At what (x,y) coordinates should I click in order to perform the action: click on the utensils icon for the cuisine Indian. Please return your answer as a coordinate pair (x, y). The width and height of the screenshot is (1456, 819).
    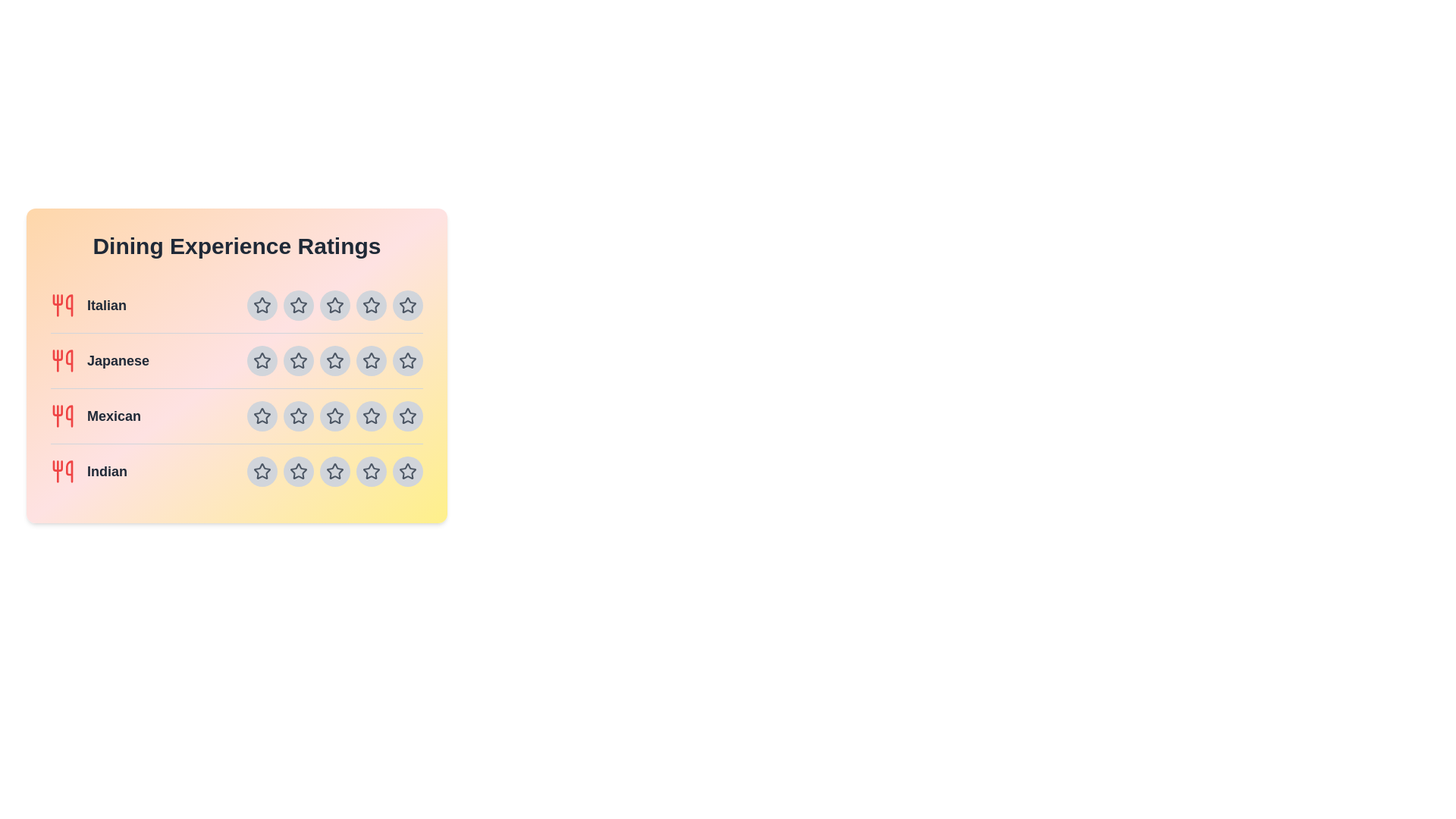
    Looking at the image, I should click on (61, 470).